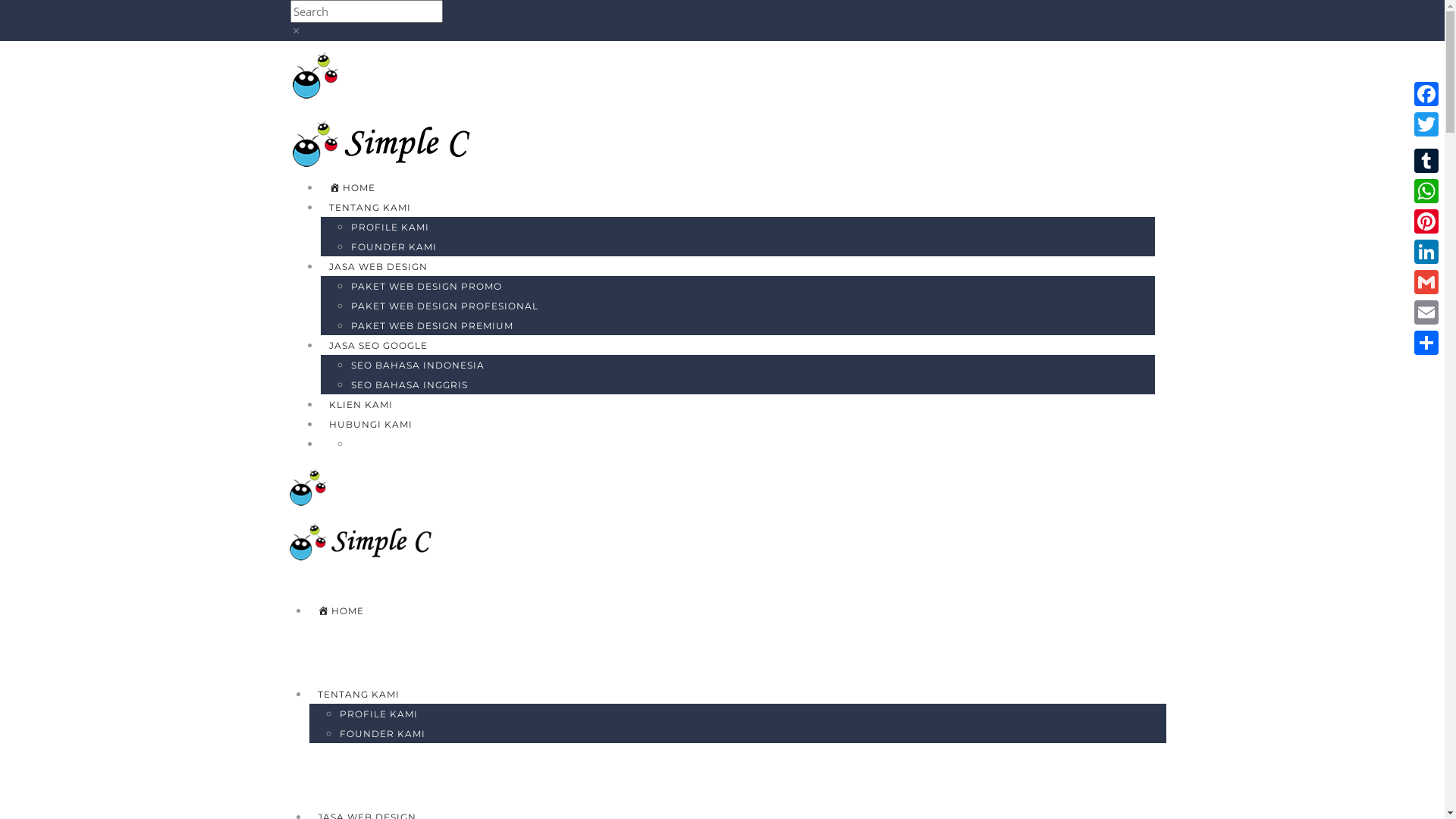 This screenshot has height=819, width=1456. What do you see at coordinates (390, 141) in the screenshot?
I see `'Jasa Web Design Murah'` at bounding box center [390, 141].